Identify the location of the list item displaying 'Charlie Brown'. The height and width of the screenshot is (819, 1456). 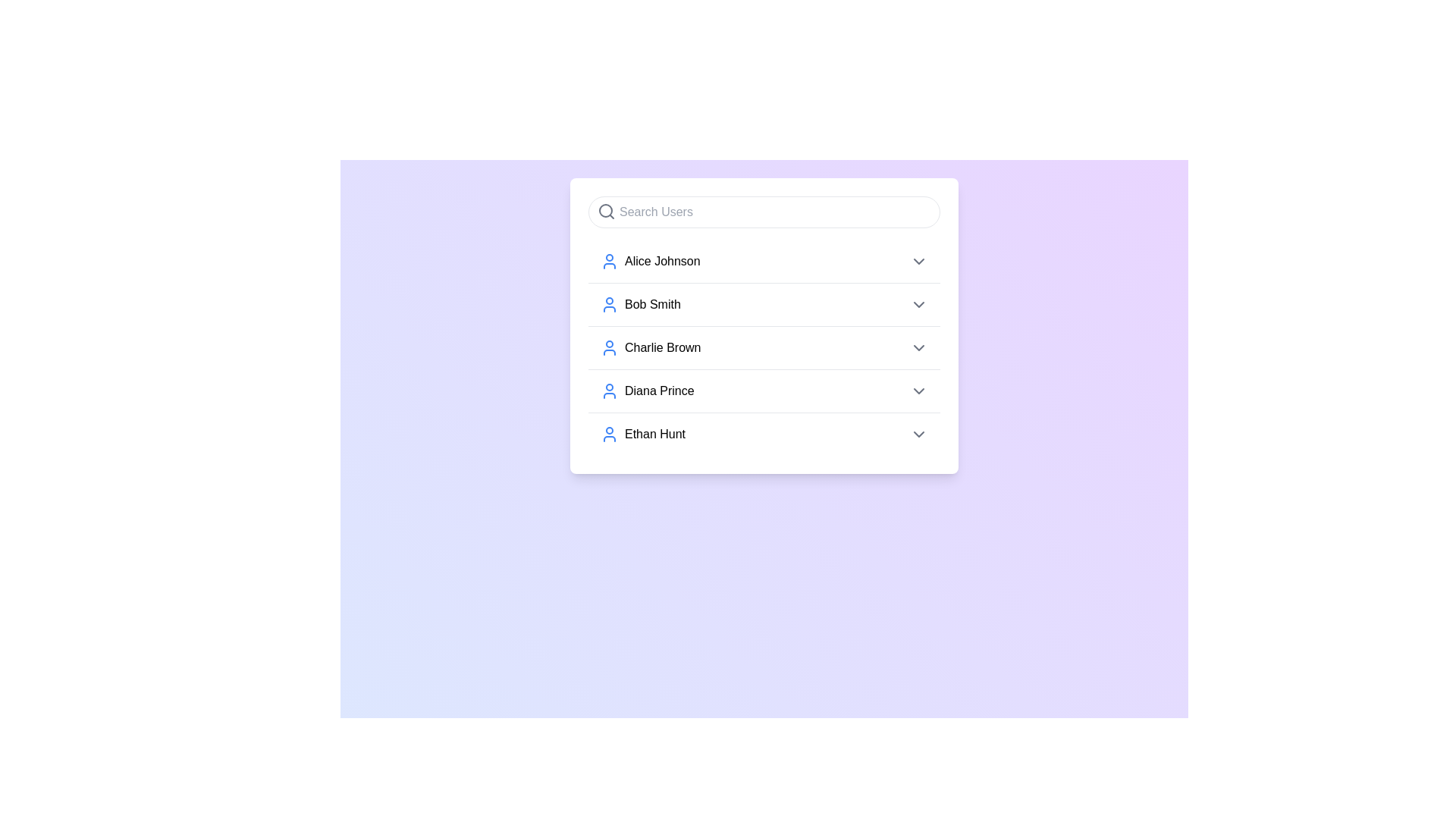
(764, 348).